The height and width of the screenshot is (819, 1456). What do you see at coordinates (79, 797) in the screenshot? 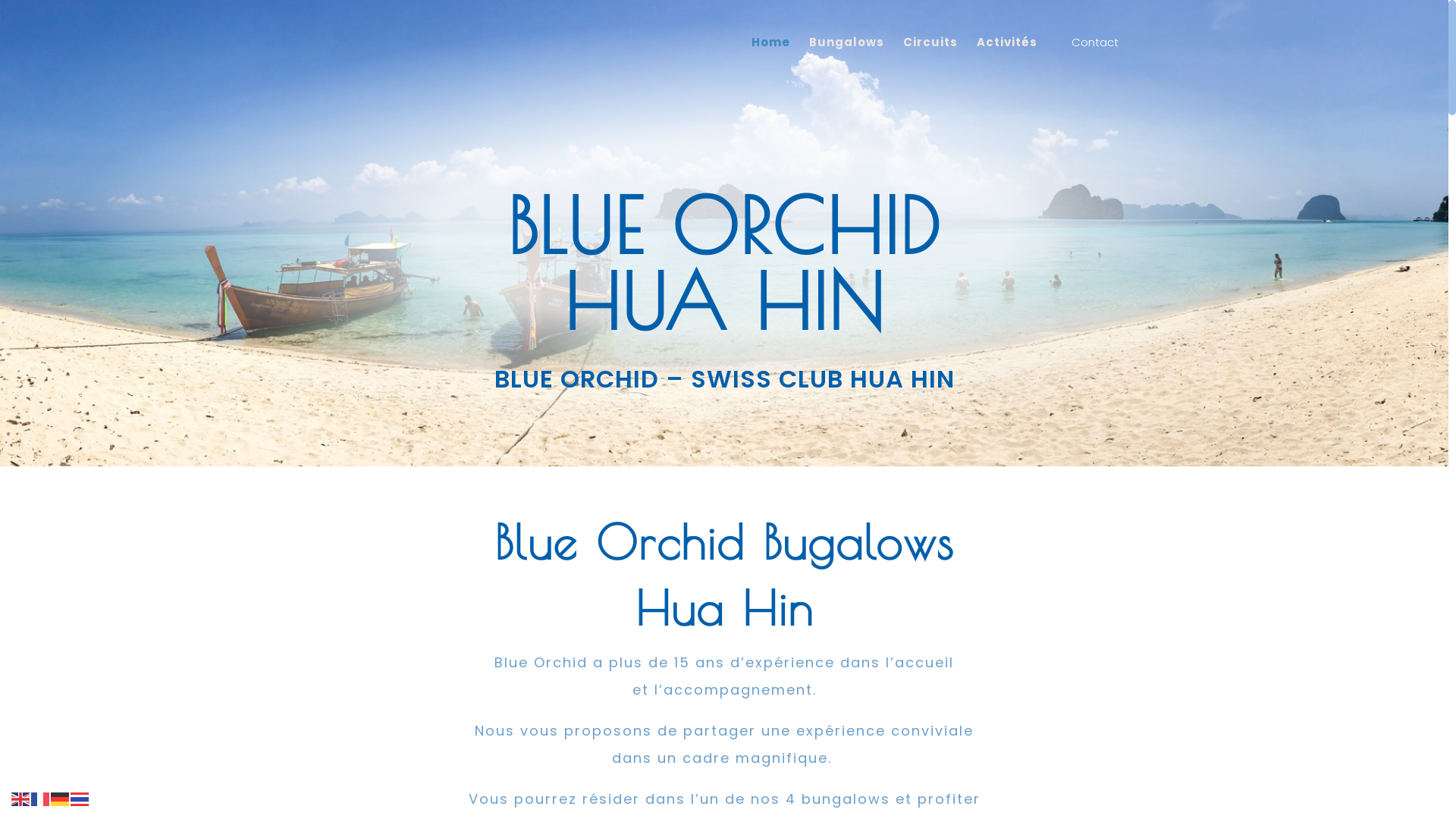
I see `'Thai'` at bounding box center [79, 797].